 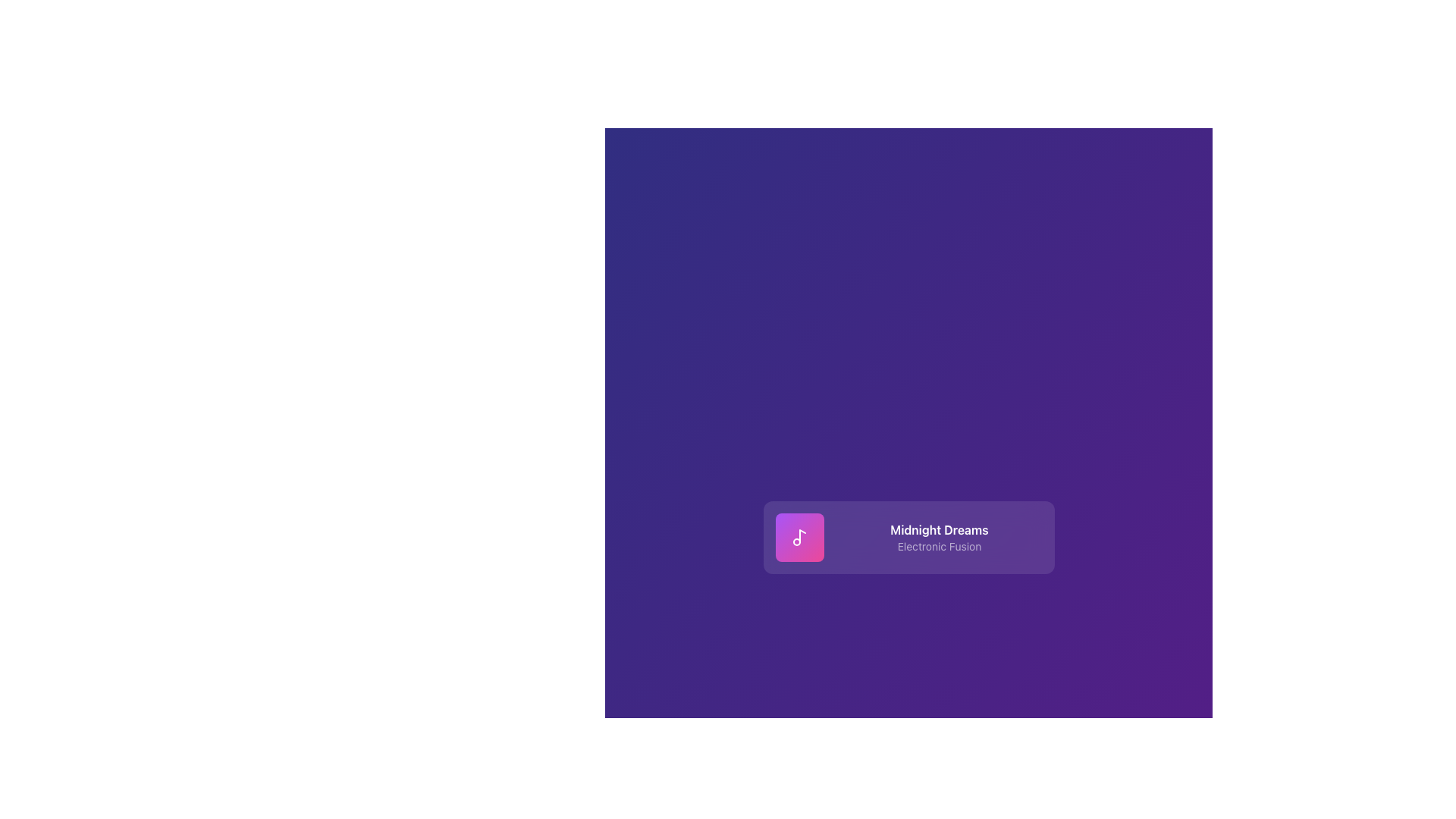 What do you see at coordinates (938, 529) in the screenshot?
I see `the text label displaying 'Midnight Dreams' in white, bold font against a darker purple background, which is centrally located in the highlighted section of the interface` at bounding box center [938, 529].